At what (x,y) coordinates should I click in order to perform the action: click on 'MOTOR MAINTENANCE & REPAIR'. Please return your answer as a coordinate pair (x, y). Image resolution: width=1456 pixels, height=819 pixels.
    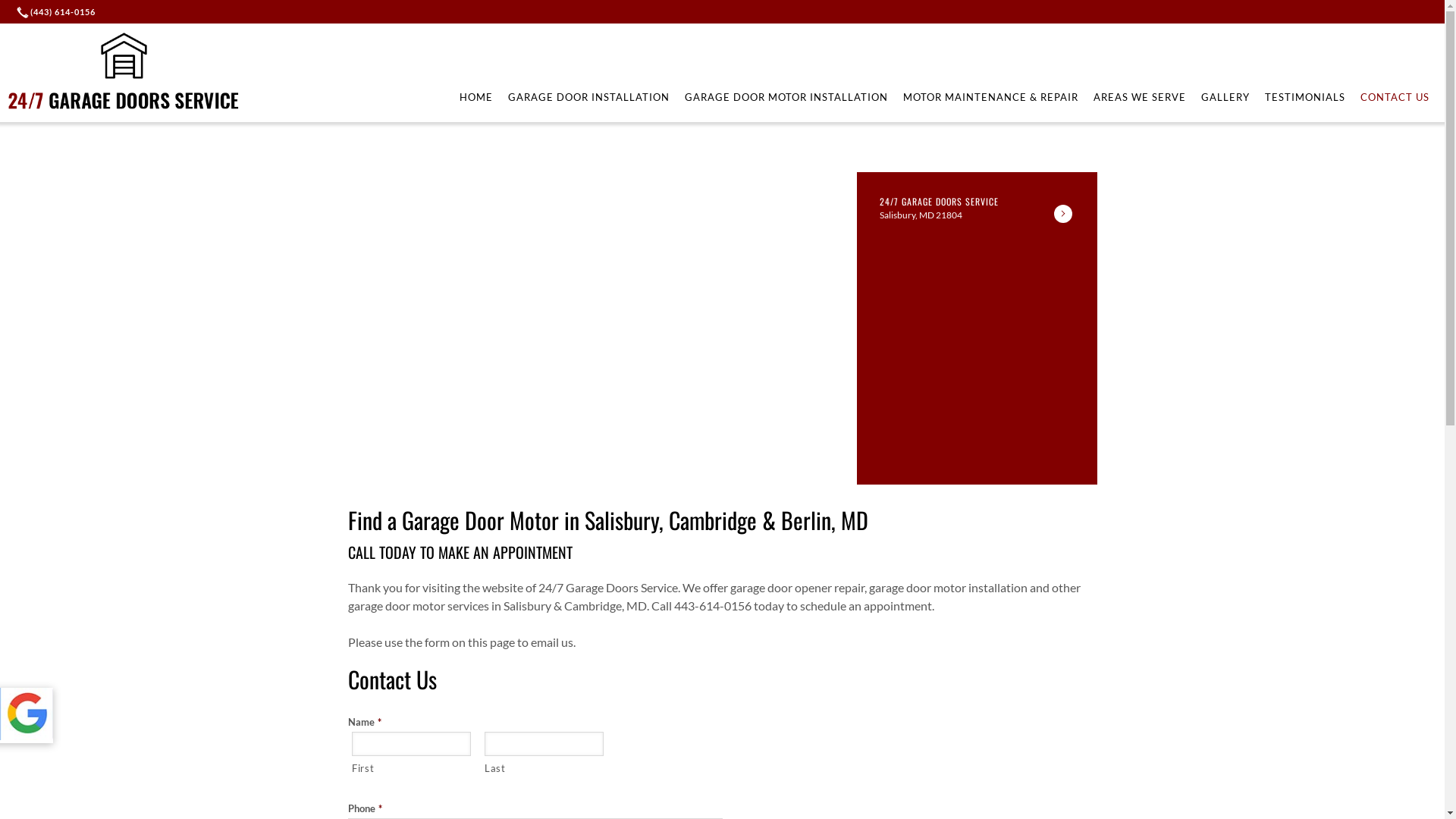
    Looking at the image, I should click on (990, 96).